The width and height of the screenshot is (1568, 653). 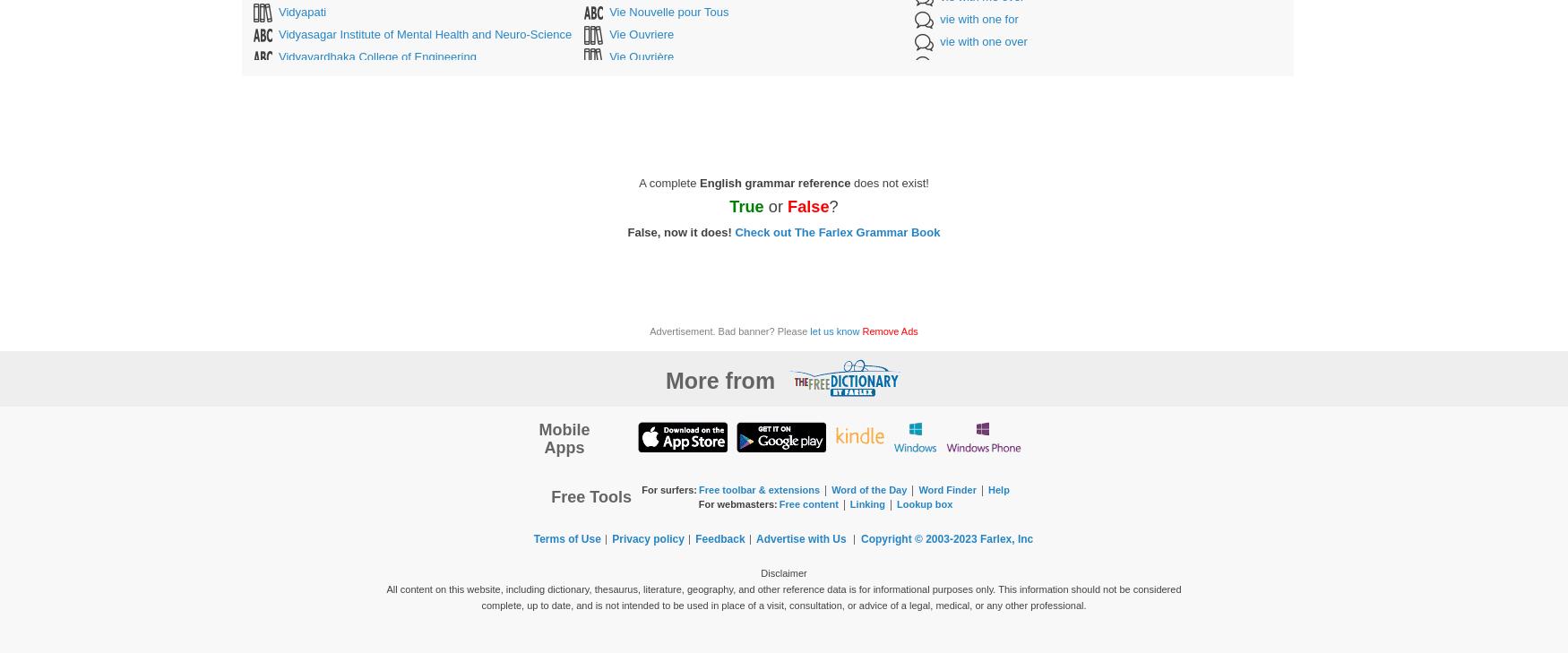 I want to click on 'For webmasters:', so click(x=737, y=503).